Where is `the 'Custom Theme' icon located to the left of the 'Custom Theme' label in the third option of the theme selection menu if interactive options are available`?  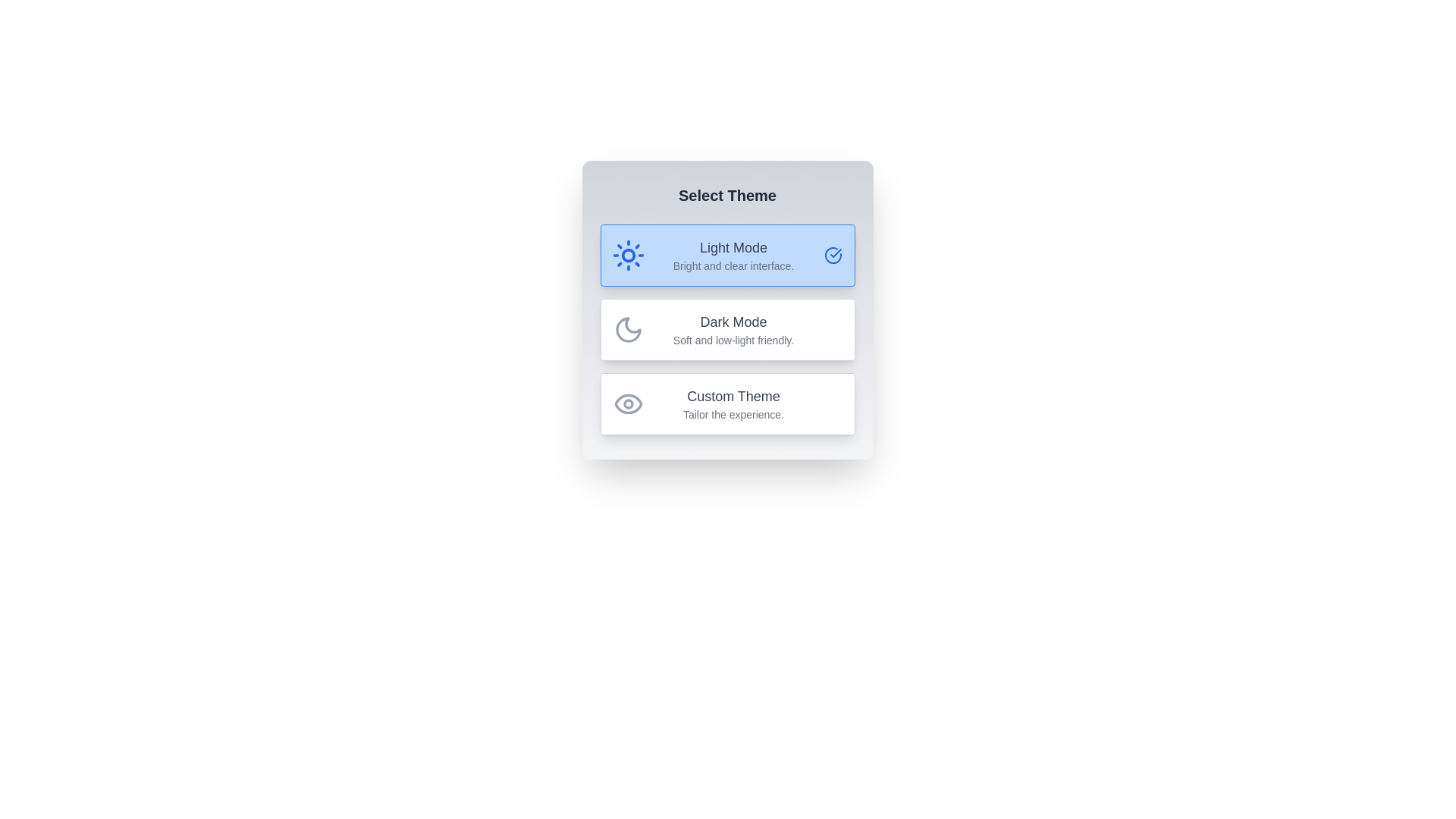
the 'Custom Theme' icon located to the left of the 'Custom Theme' label in the third option of the theme selection menu if interactive options are available is located at coordinates (628, 403).